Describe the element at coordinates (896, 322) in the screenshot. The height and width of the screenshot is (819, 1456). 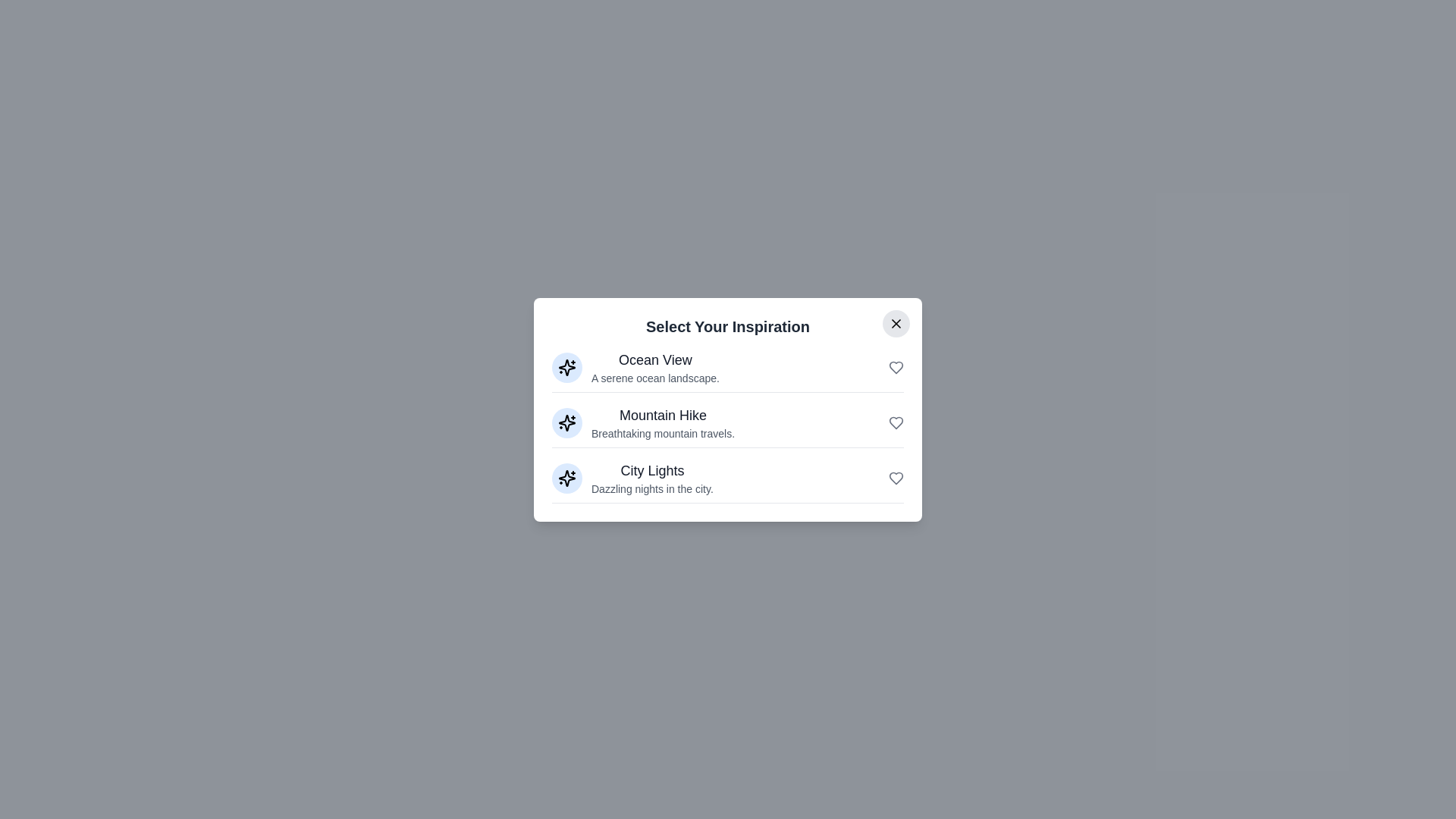
I see `the close button in the top-right corner of the dialog to close it` at that location.